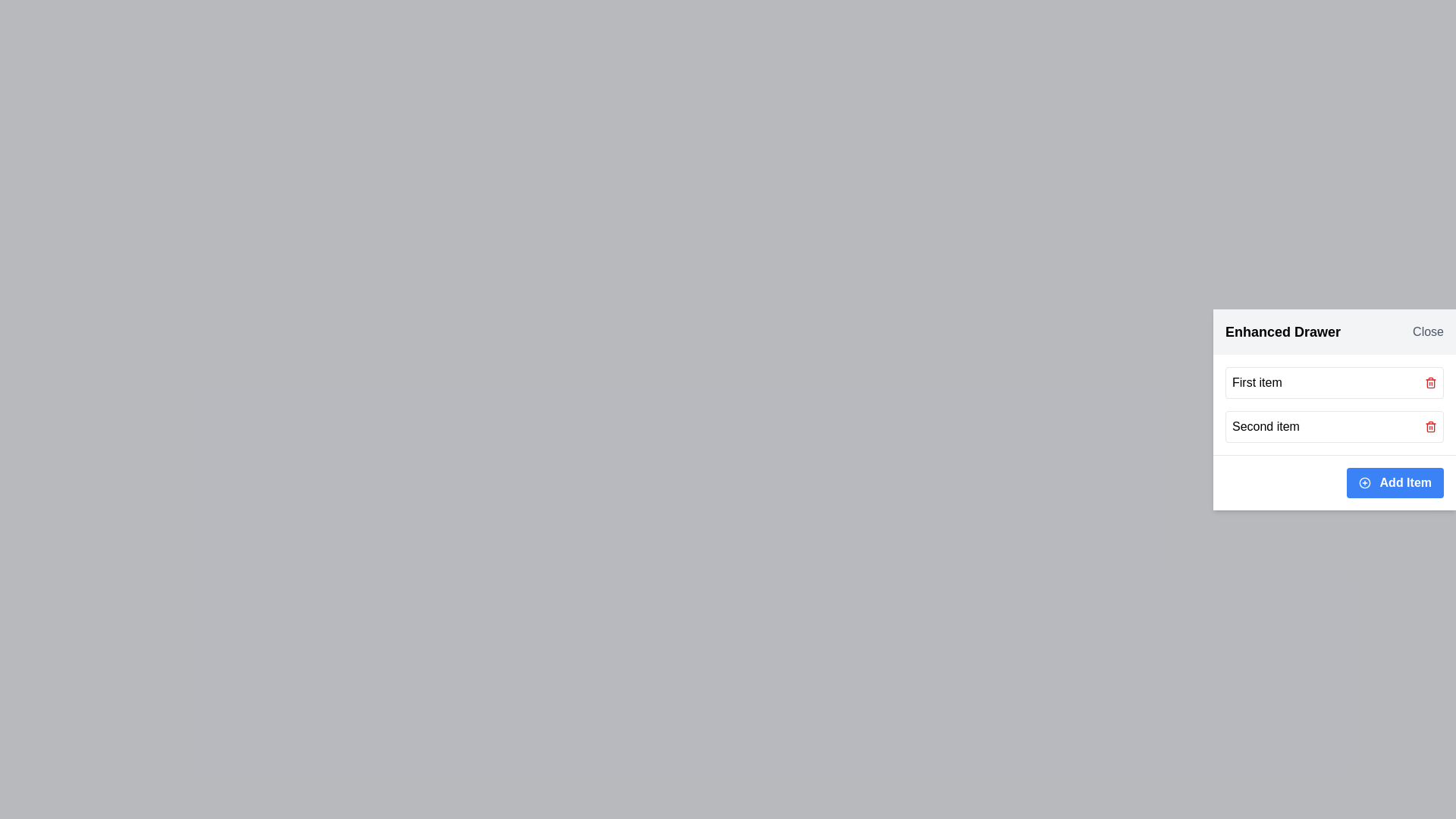 Image resolution: width=1456 pixels, height=819 pixels. What do you see at coordinates (1395, 482) in the screenshot?
I see `the 'Add Item' button, which is a rectangular button with a bright blue background and white text, located at the bottom of the 'Enhanced Drawer' section` at bounding box center [1395, 482].